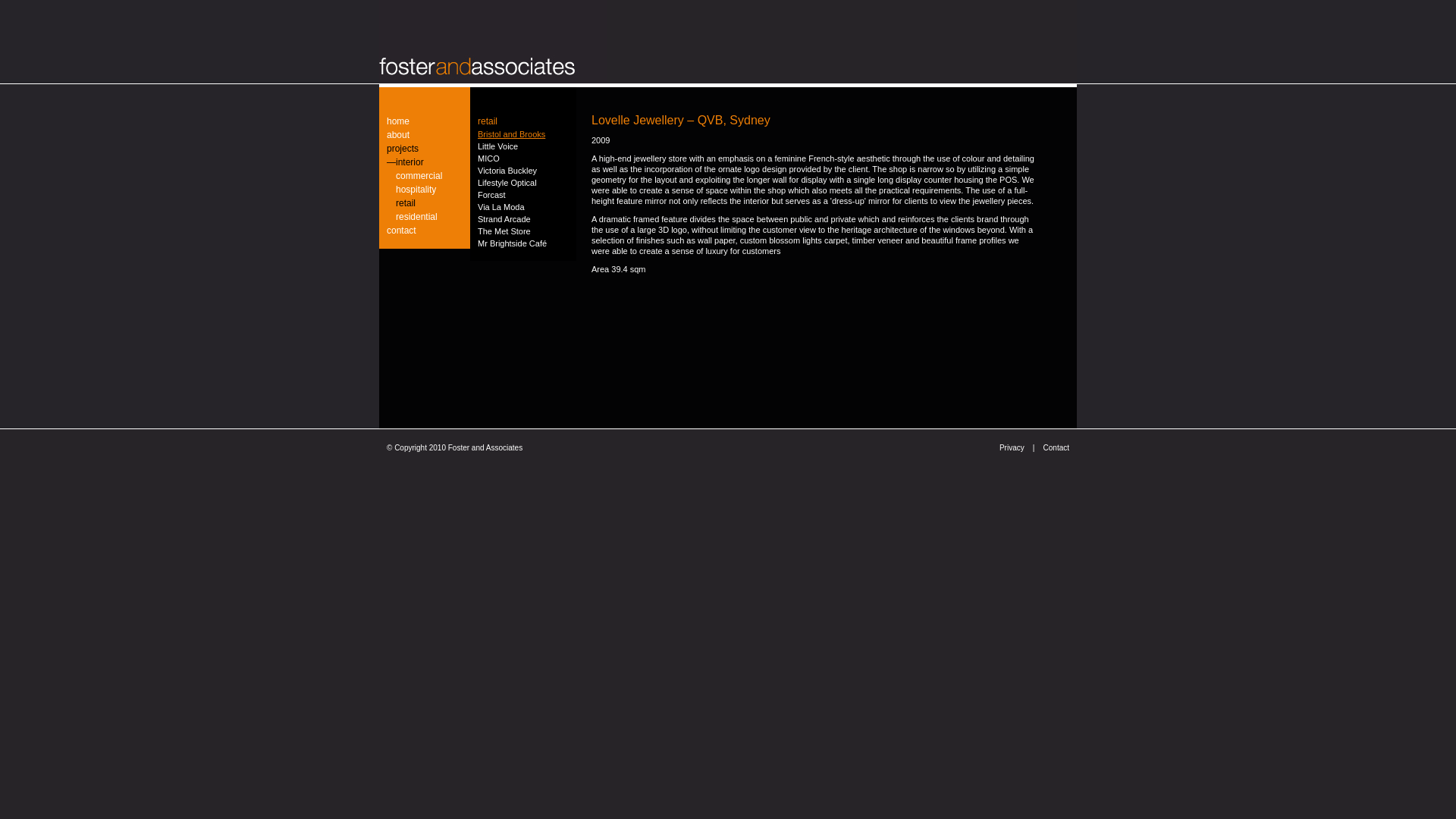 The width and height of the screenshot is (1456, 819). I want to click on 'Strand Arcade', so click(523, 219).